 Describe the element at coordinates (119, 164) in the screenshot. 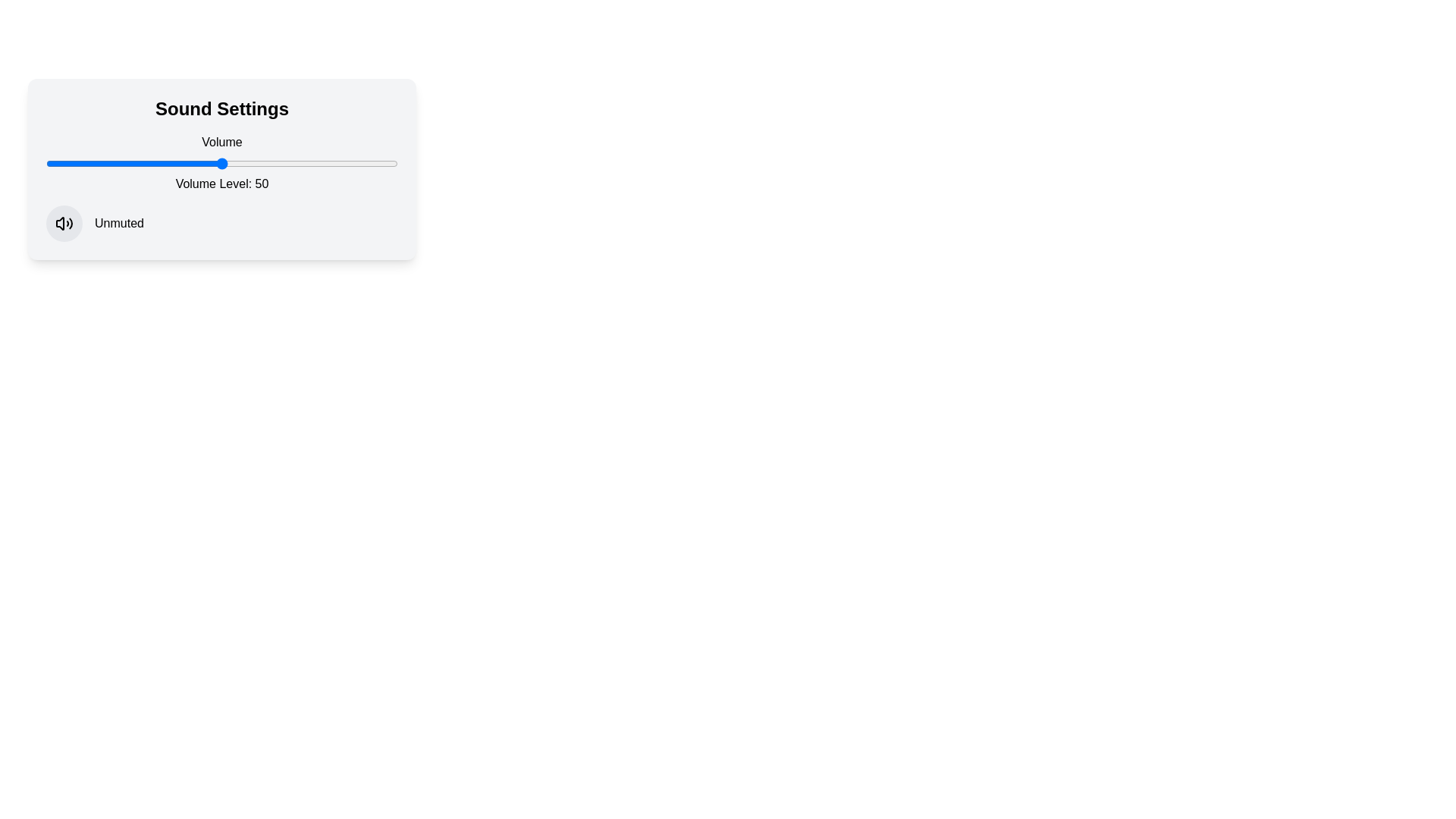

I see `the volume` at that location.